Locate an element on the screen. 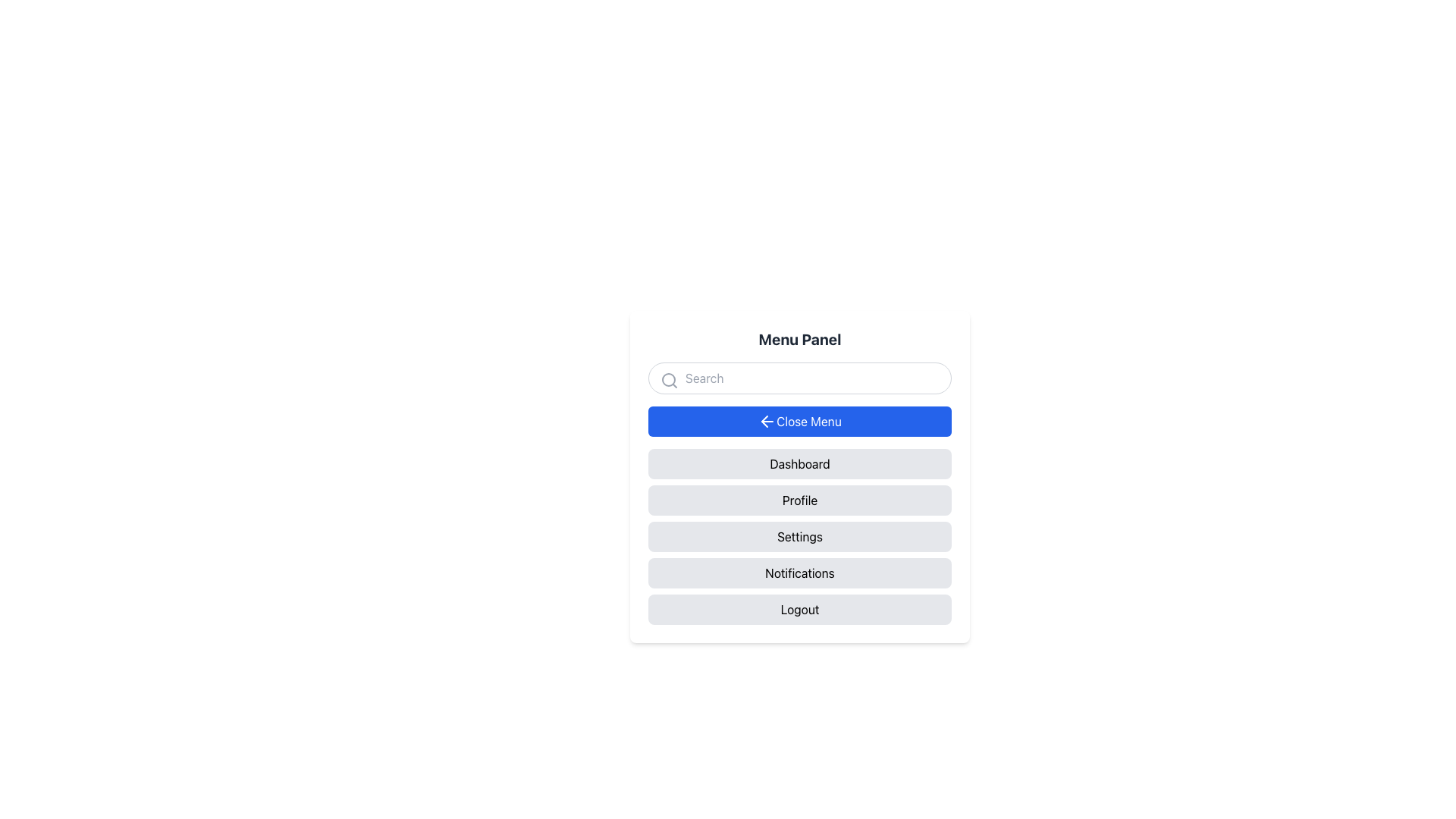 This screenshot has width=1456, height=819. the 'Settings' button located in the Menu Panel, which is the third item in the vertical list of menu options is located at coordinates (799, 536).